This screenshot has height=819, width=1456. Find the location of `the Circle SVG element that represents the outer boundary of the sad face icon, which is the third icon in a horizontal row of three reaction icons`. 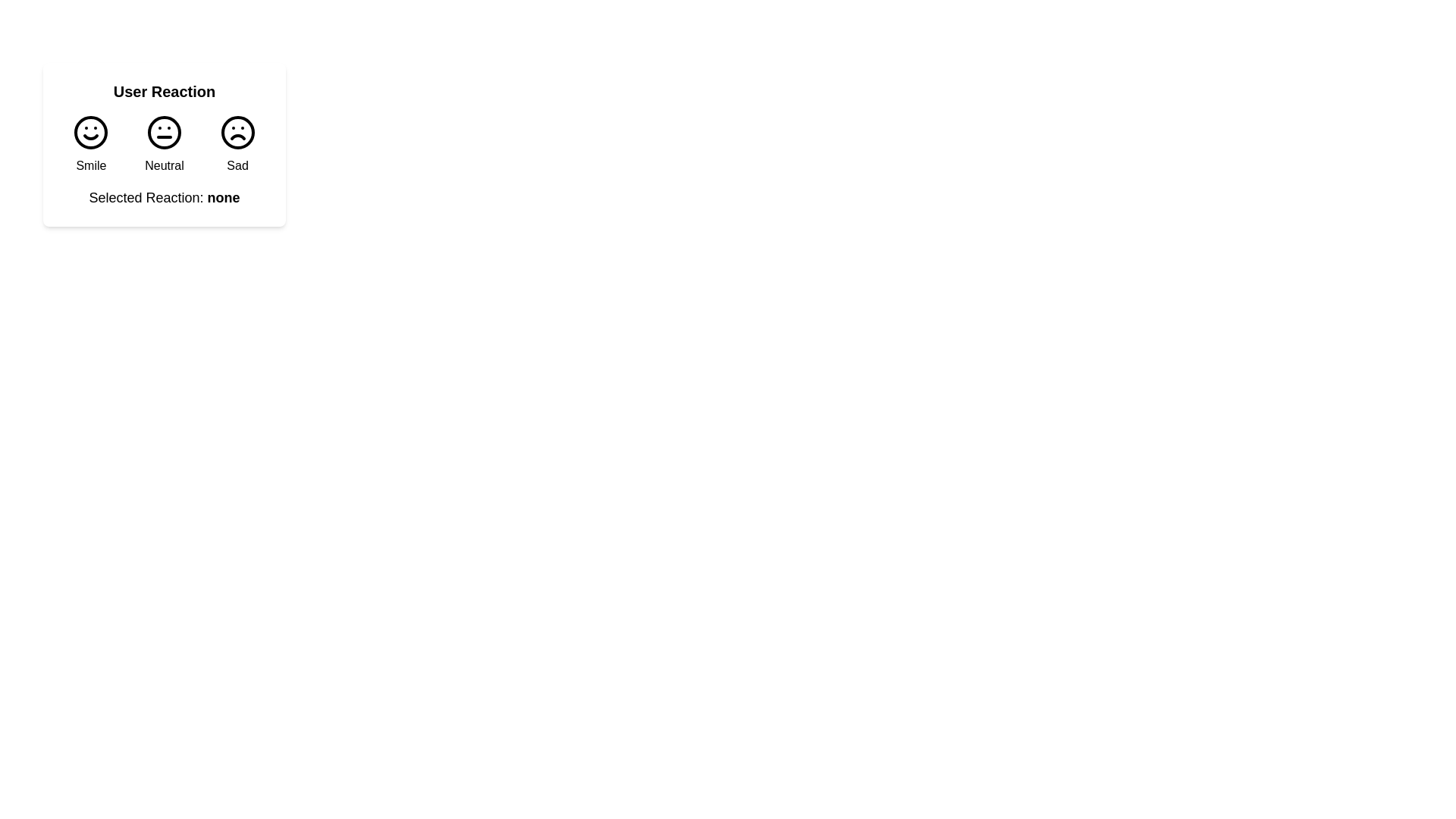

the Circle SVG element that represents the outer boundary of the sad face icon, which is the third icon in a horizontal row of three reaction icons is located at coordinates (237, 131).